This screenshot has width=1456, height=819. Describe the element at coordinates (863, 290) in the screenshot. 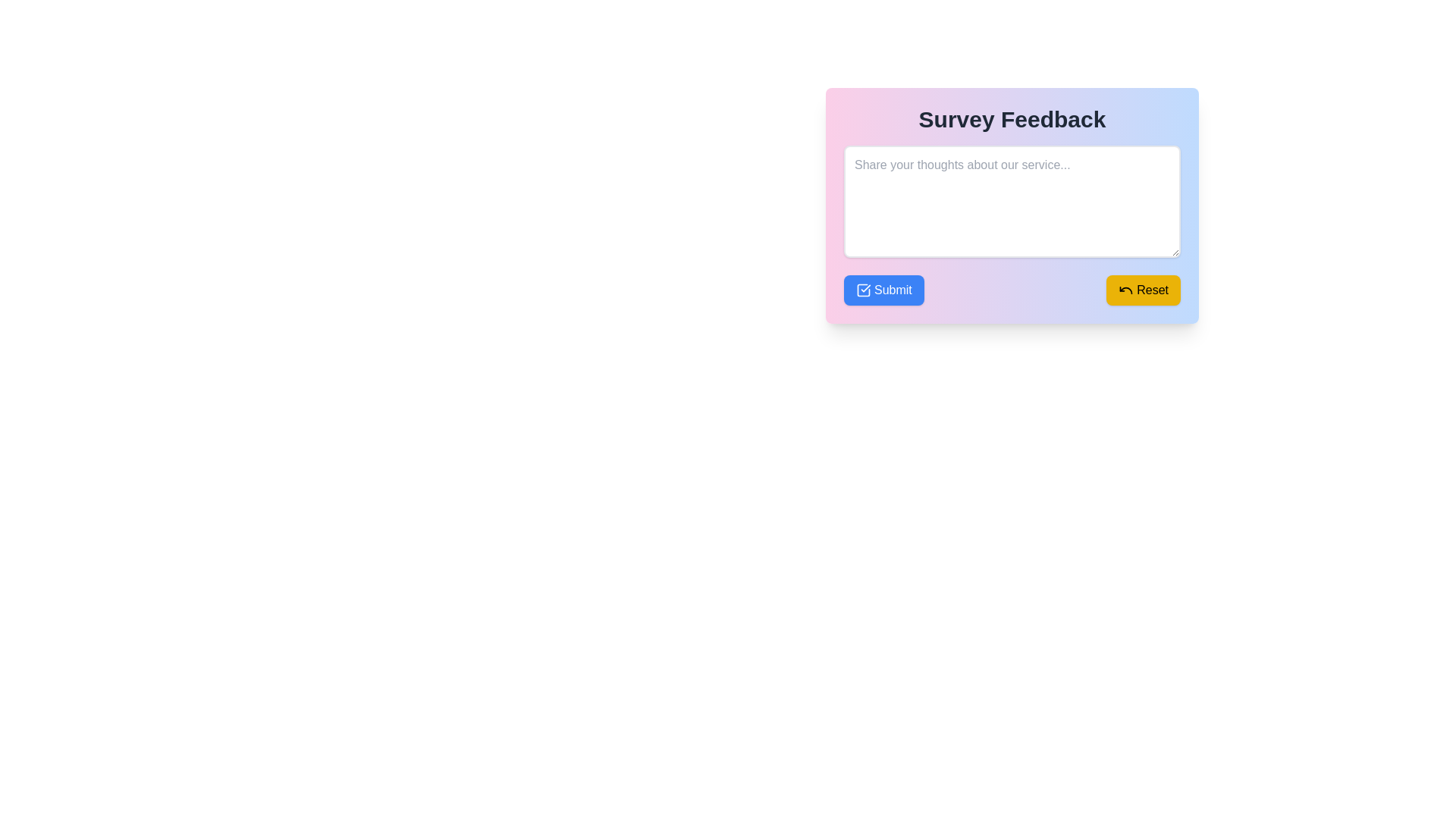

I see `the Decorative SVG element located at the center of the blue 'Submit' button, which serves as a symbolic indicator for the button's functionality` at that location.